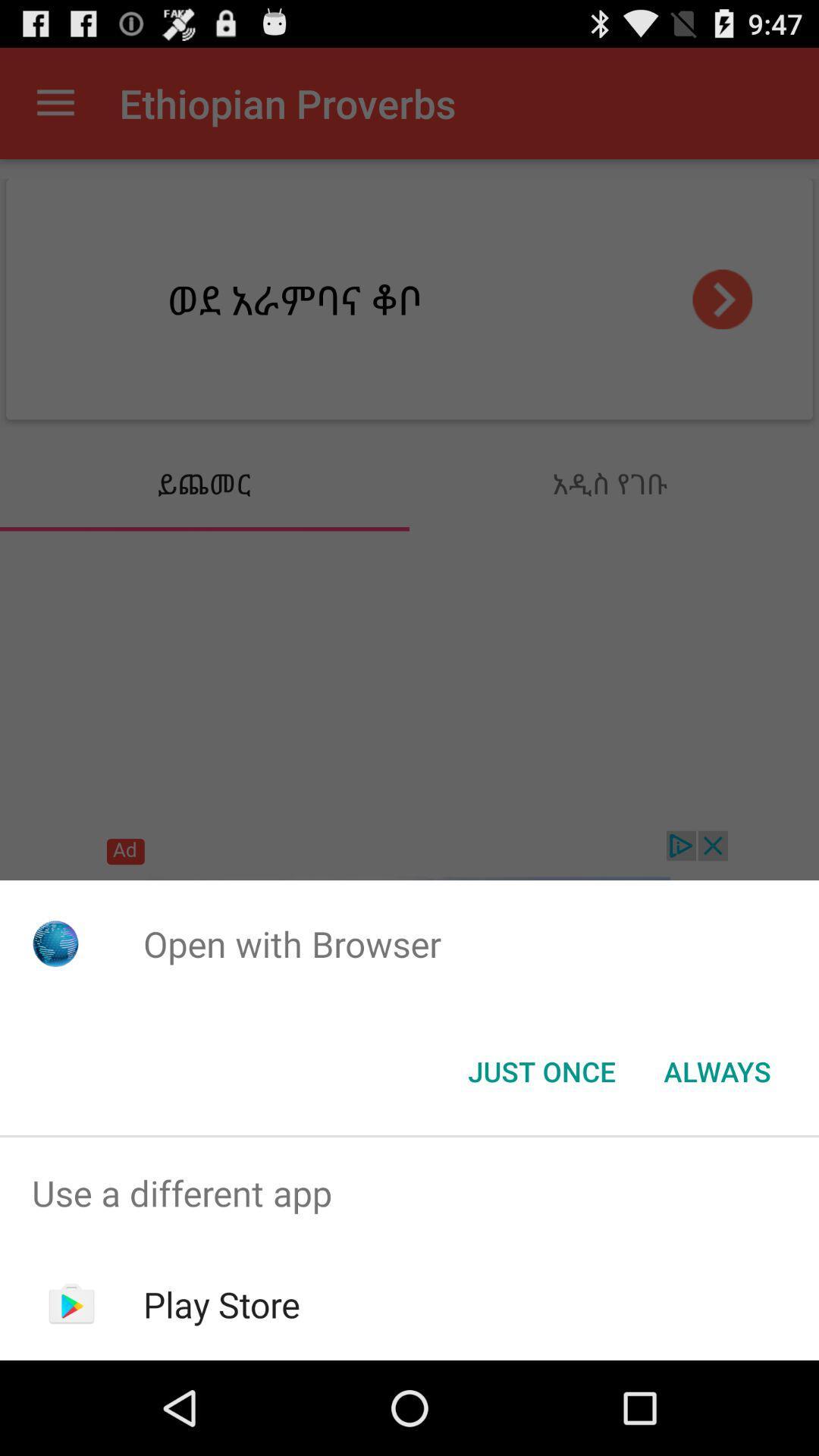 Image resolution: width=819 pixels, height=1456 pixels. What do you see at coordinates (221, 1304) in the screenshot?
I see `play store` at bounding box center [221, 1304].